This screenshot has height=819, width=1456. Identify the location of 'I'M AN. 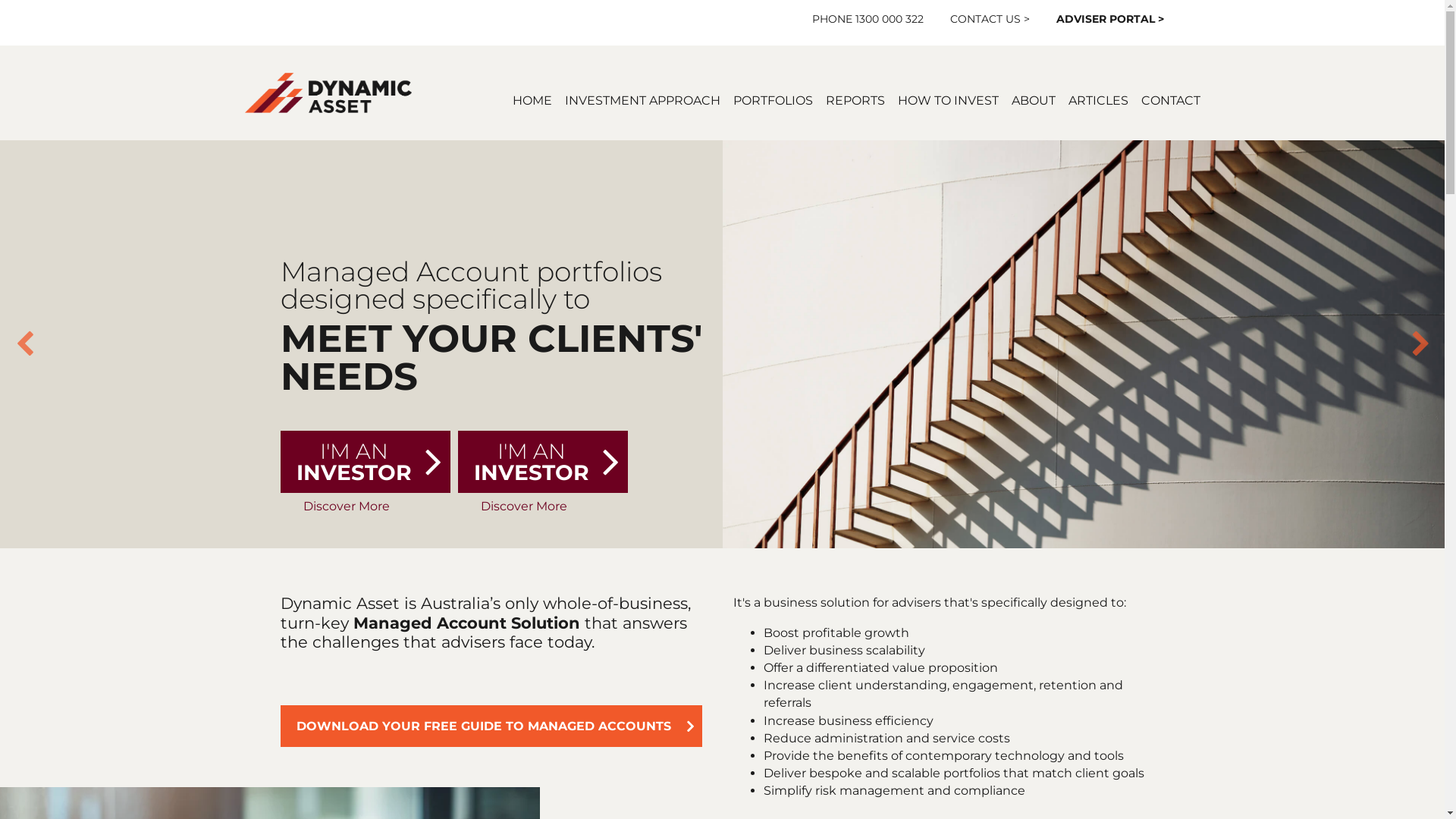
(542, 461).